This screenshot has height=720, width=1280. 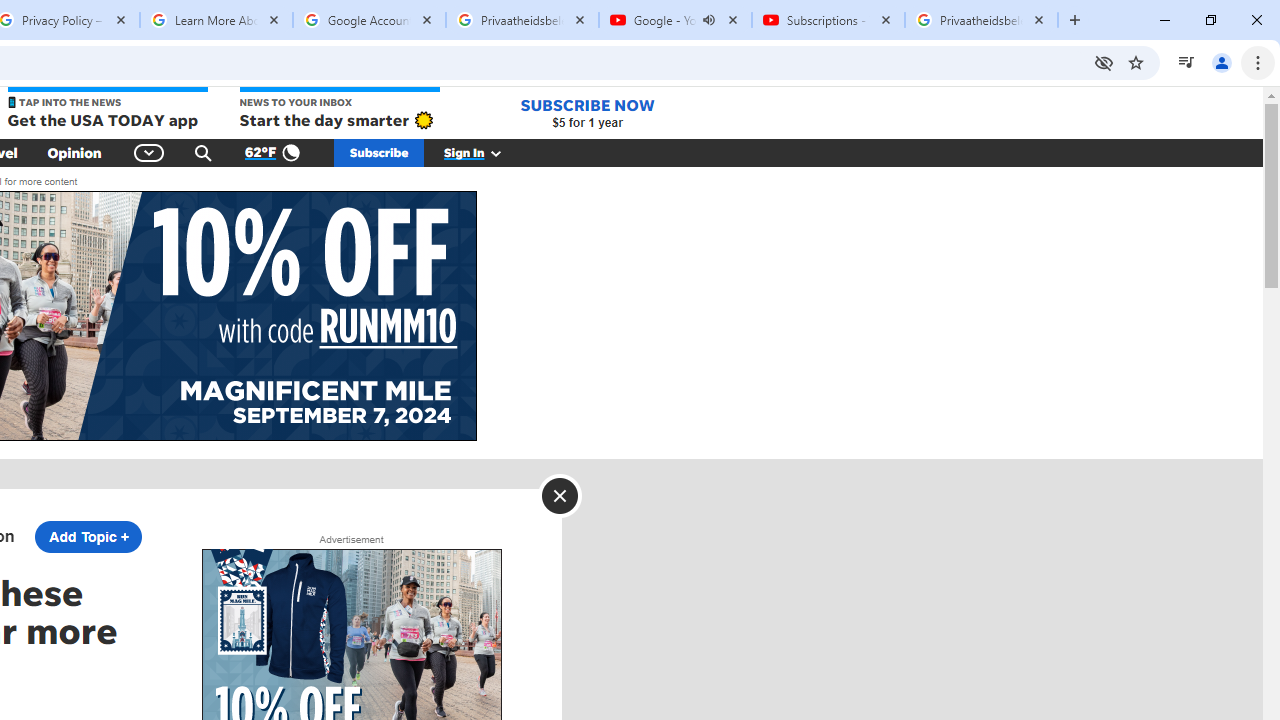 What do you see at coordinates (828, 20) in the screenshot?
I see `'Subscriptions - YouTube'` at bounding box center [828, 20].